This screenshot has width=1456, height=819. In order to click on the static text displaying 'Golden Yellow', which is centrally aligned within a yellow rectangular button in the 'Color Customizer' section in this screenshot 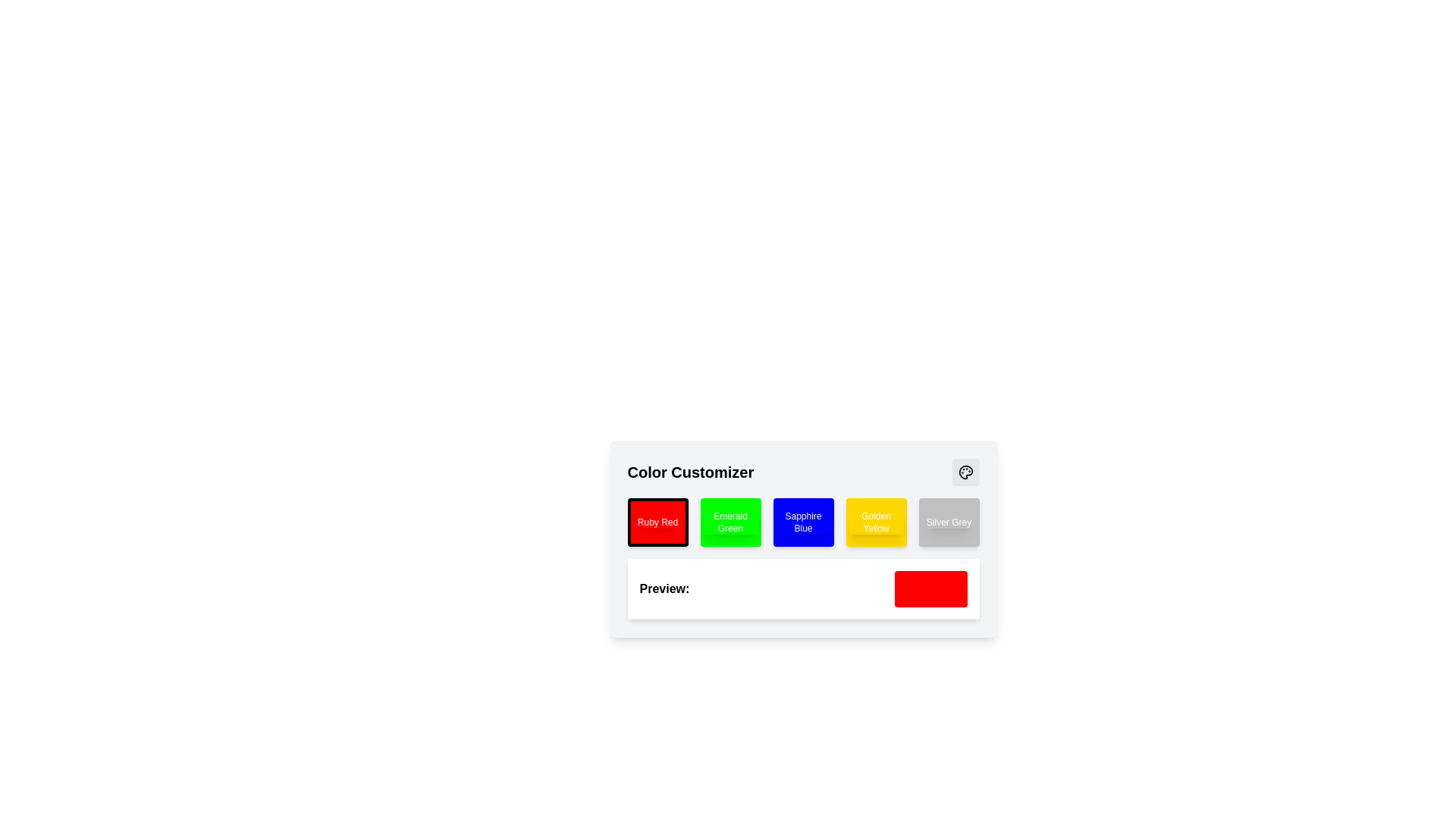, I will do `click(876, 522)`.